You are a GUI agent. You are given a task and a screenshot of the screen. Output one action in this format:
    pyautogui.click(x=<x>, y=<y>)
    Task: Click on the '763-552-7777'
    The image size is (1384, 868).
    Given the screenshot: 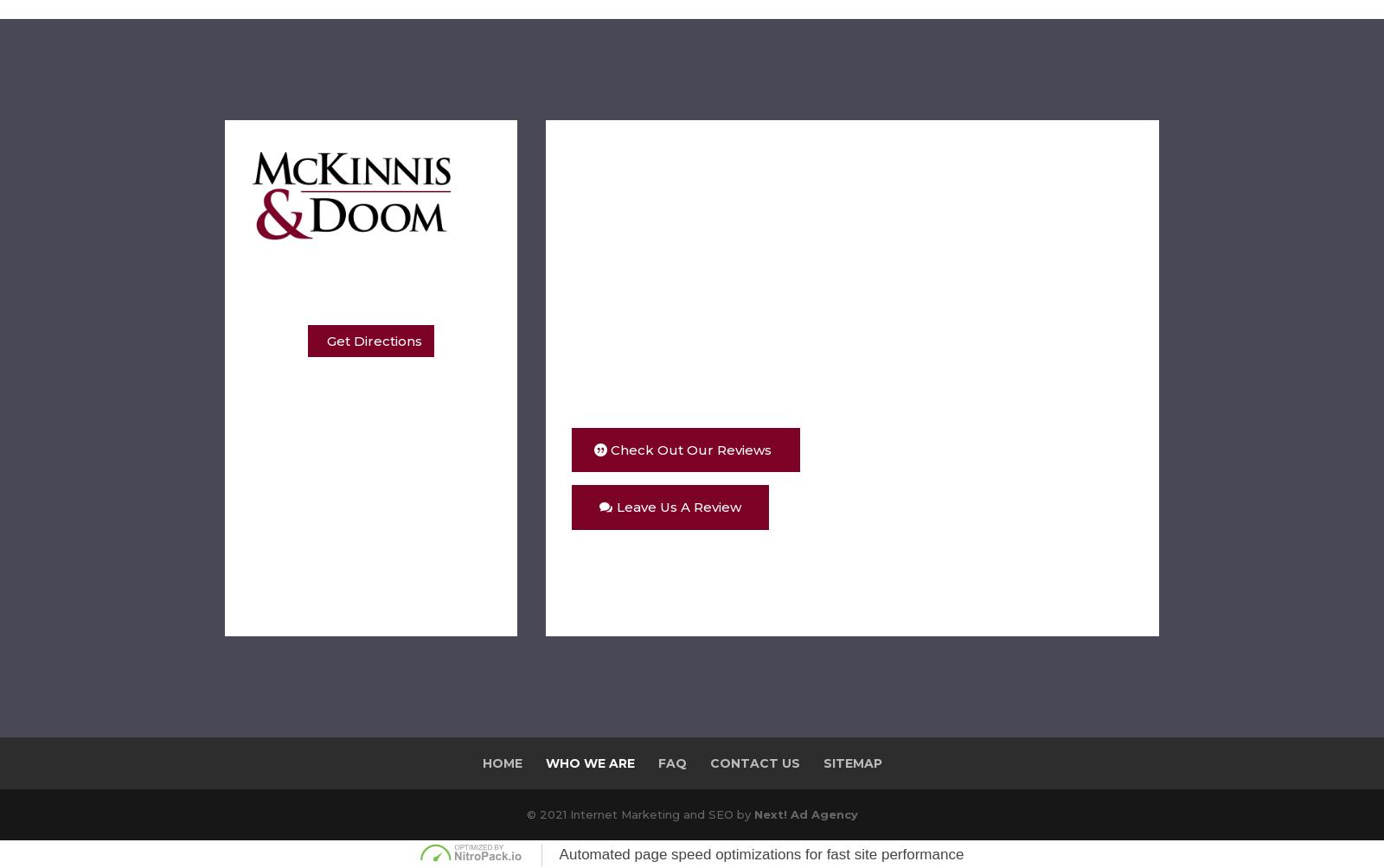 What is the action you would take?
    pyautogui.click(x=346, y=594)
    